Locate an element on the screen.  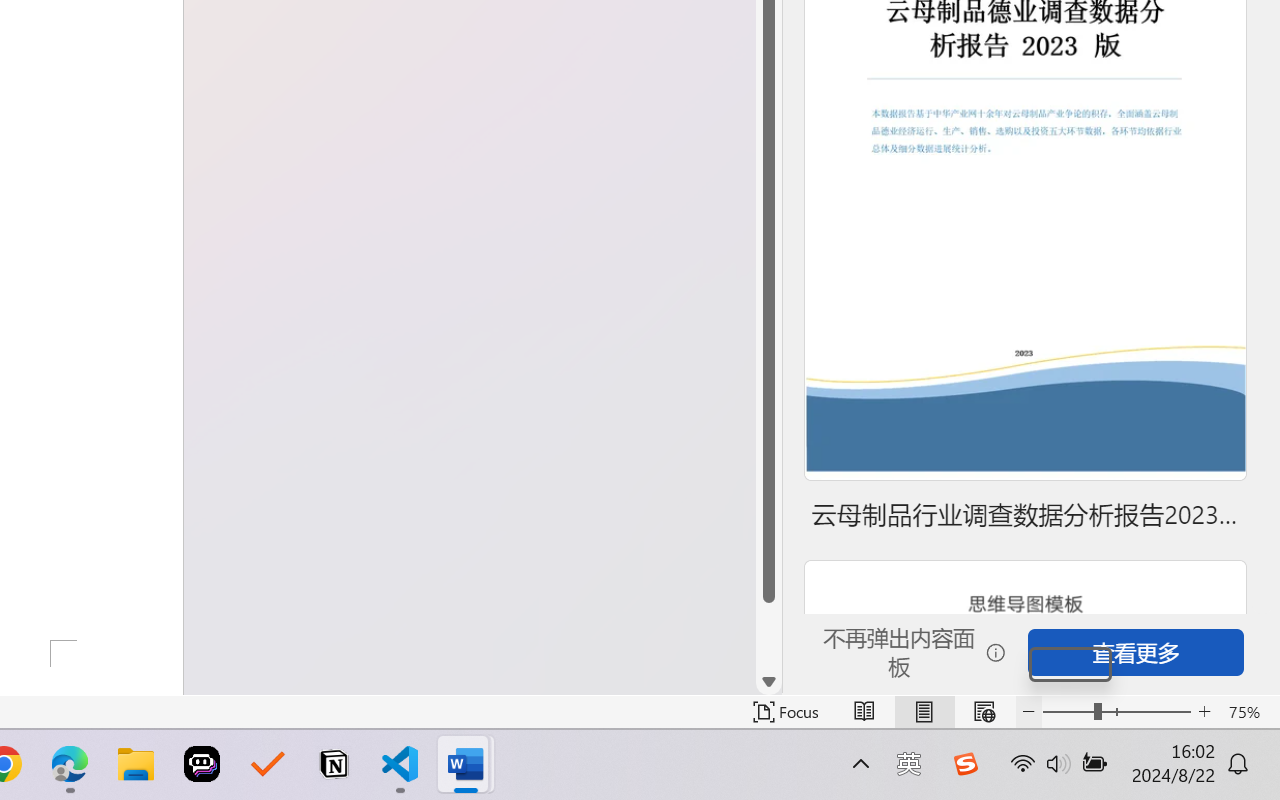
'Page down' is located at coordinates (768, 635).